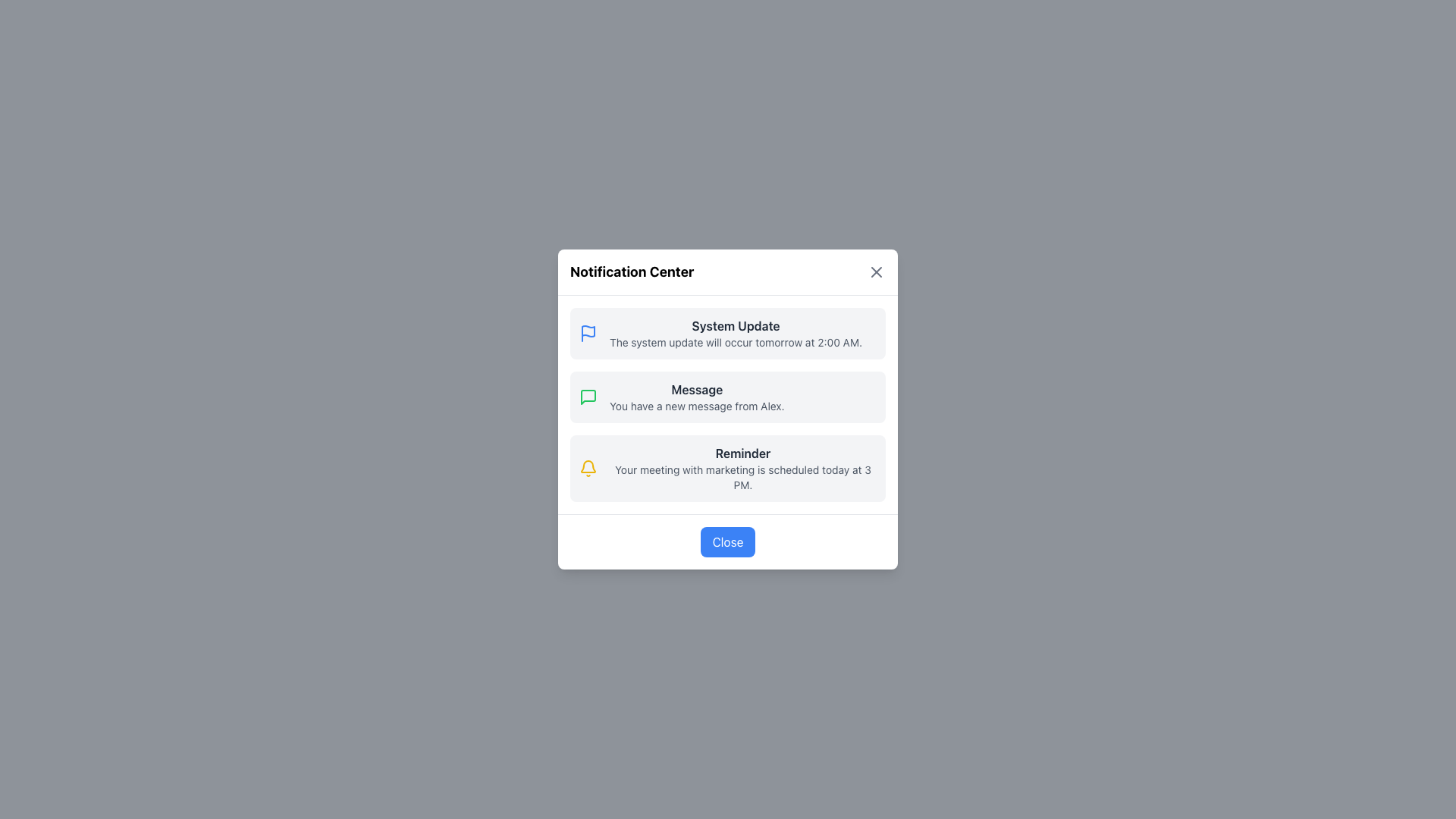 This screenshot has width=1456, height=819. Describe the element at coordinates (728, 467) in the screenshot. I see `the third Informational Notification Card in the Notification Center` at that location.